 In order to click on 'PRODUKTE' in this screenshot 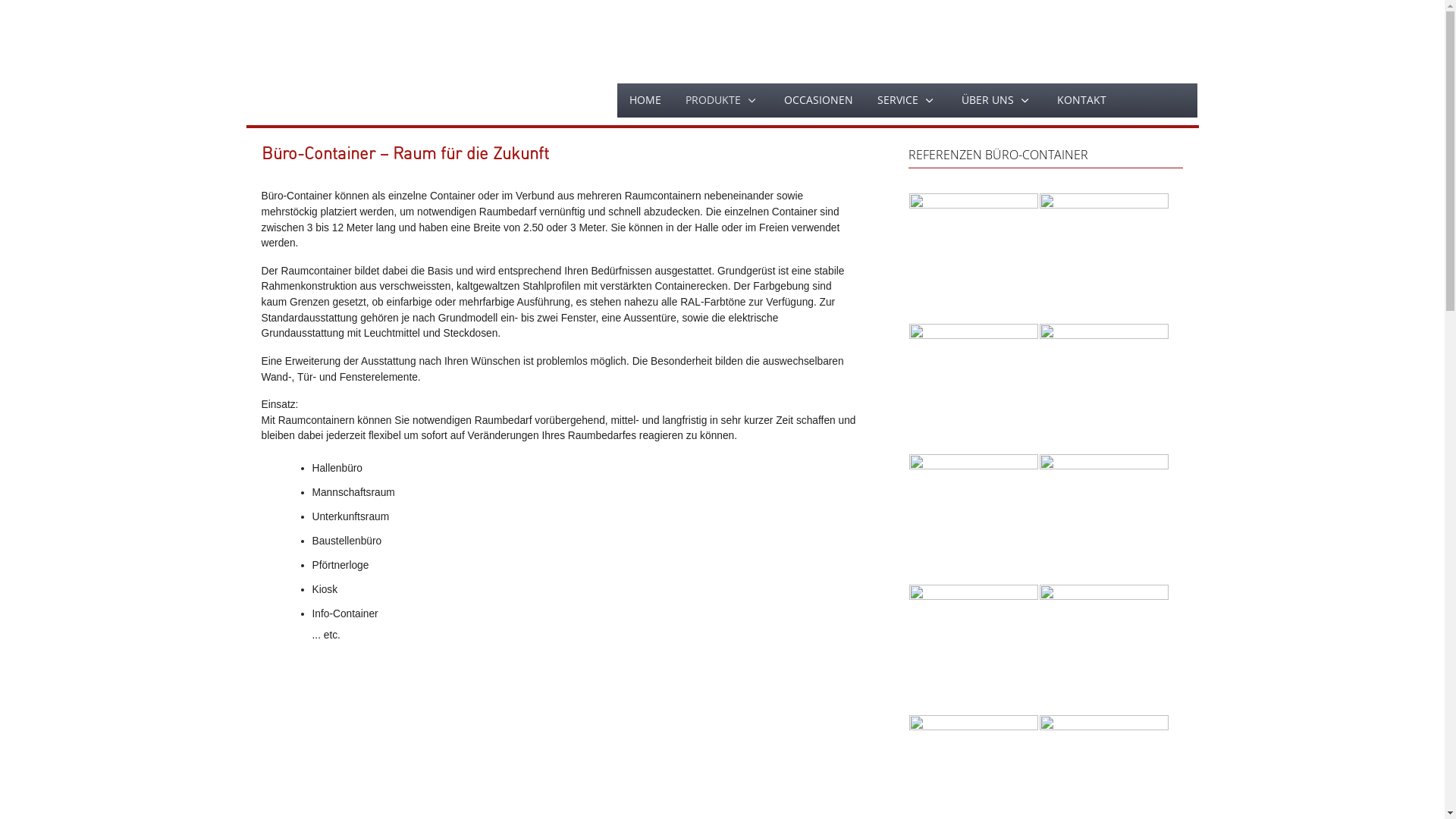, I will do `click(722, 100)`.